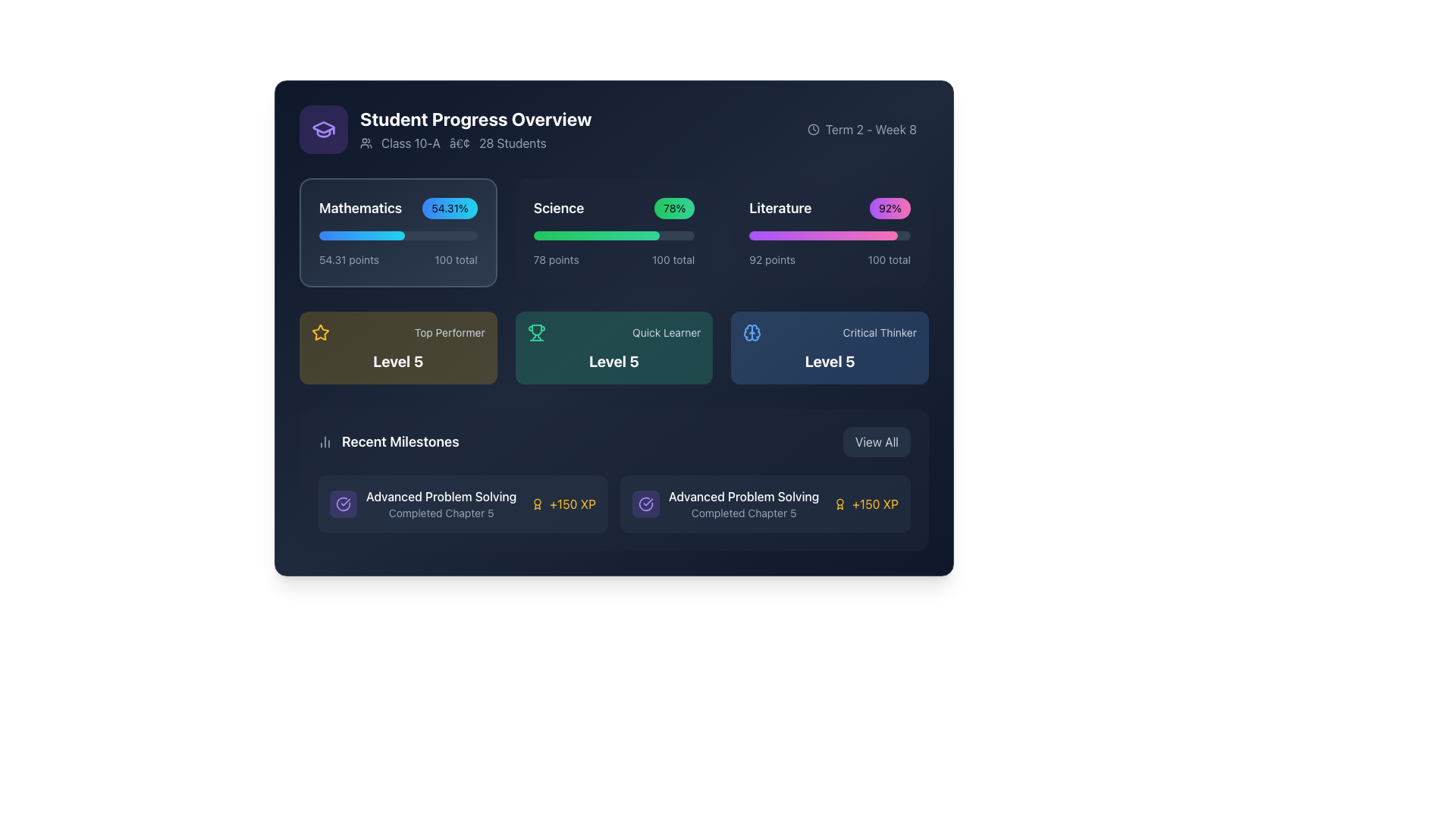 The image size is (1456, 819). What do you see at coordinates (765, 504) in the screenshot?
I see `the Informational card displaying 'Advanced Problem Solving' achievement in the 'Recent Milestones' section` at bounding box center [765, 504].